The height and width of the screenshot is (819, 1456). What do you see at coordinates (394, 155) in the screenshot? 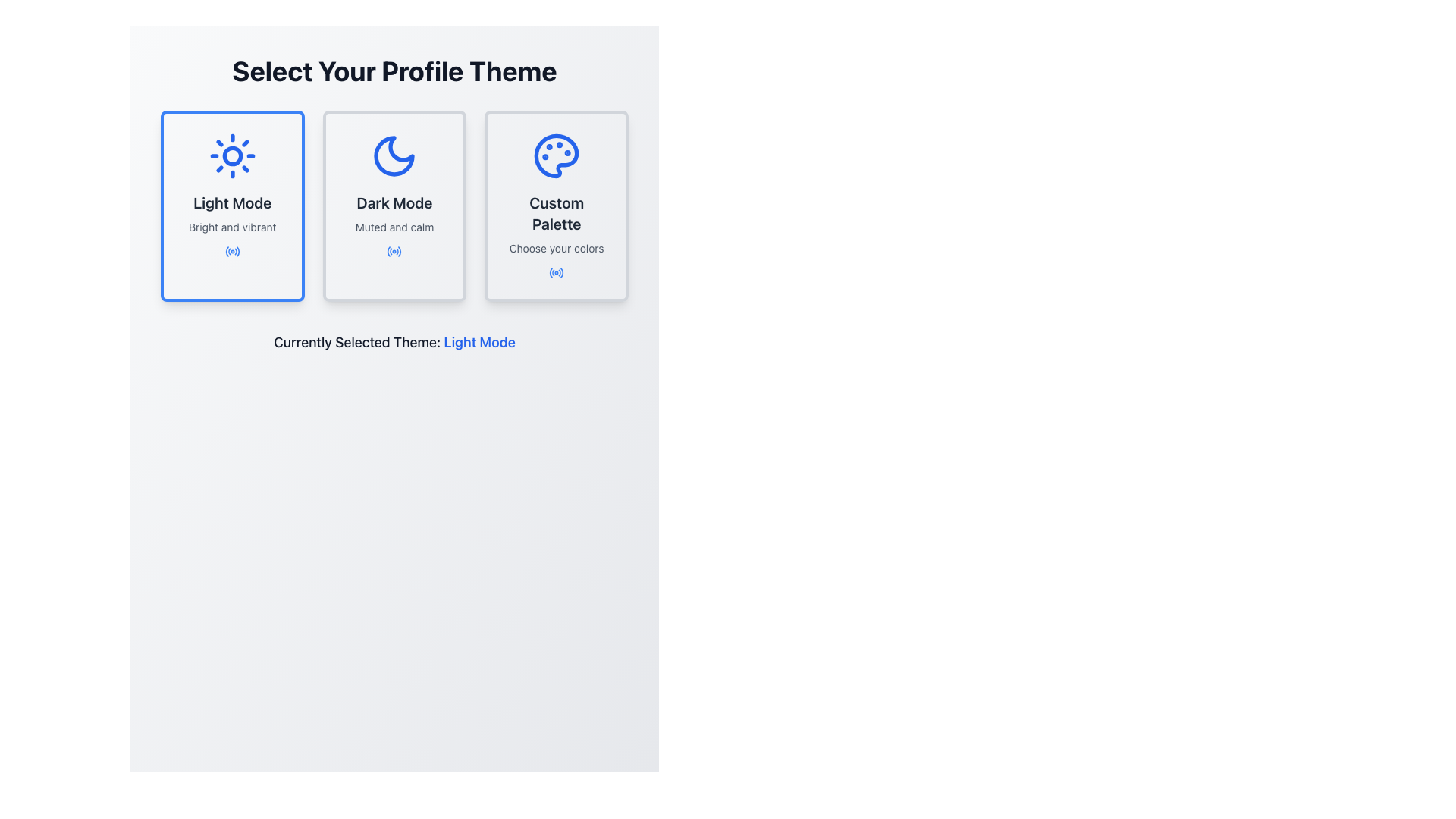
I see `the crescent moon icon representing 'Dark Mode', which is located at the center-top of the card labeled 'Dark Mode'` at bounding box center [394, 155].